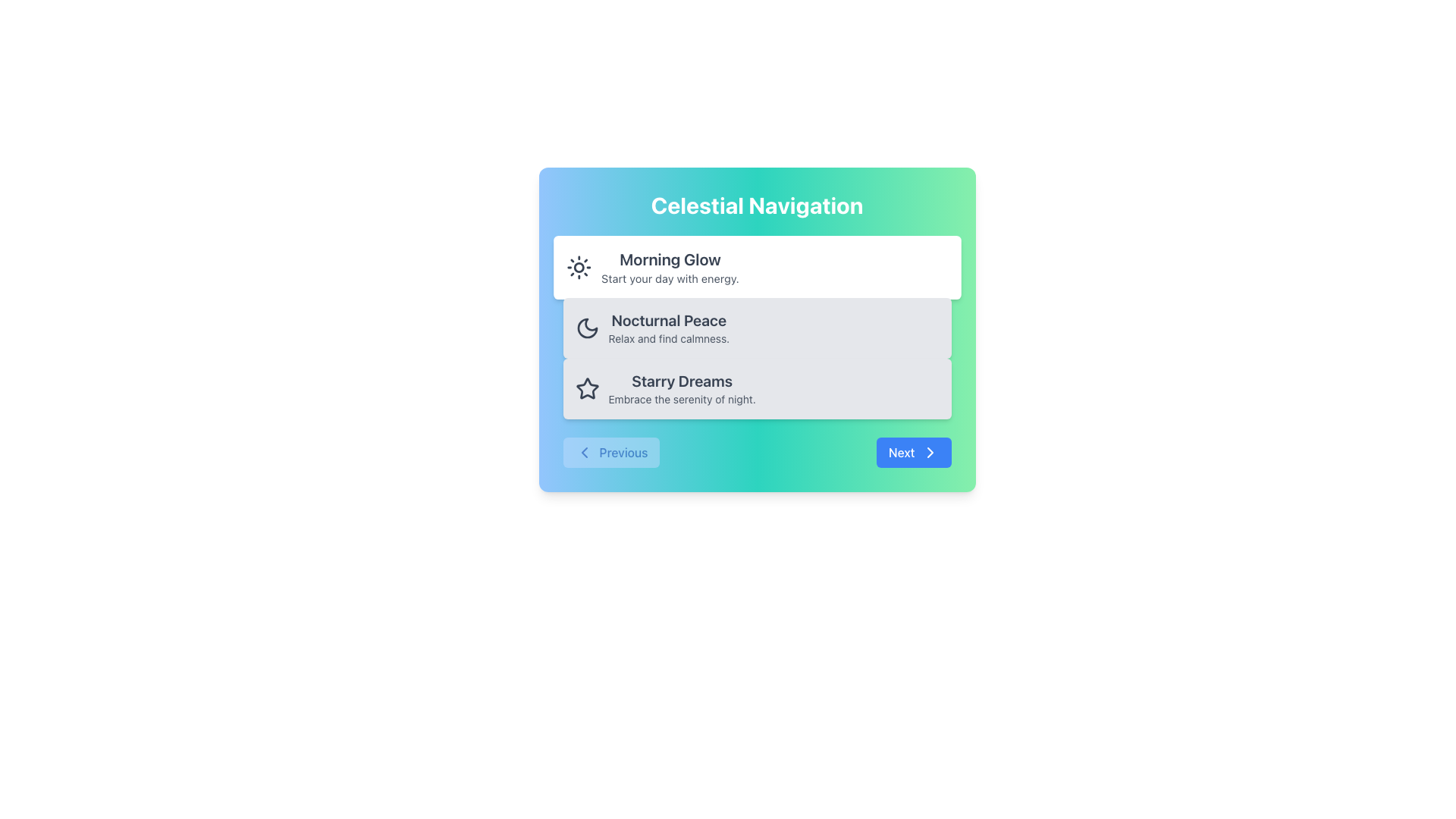  Describe the element at coordinates (929, 452) in the screenshot. I see `the chevron icon located to the right side of the 'Next' button in the bottom-right corner of the card, which serves as a directional indicator for progression or navigation` at that location.